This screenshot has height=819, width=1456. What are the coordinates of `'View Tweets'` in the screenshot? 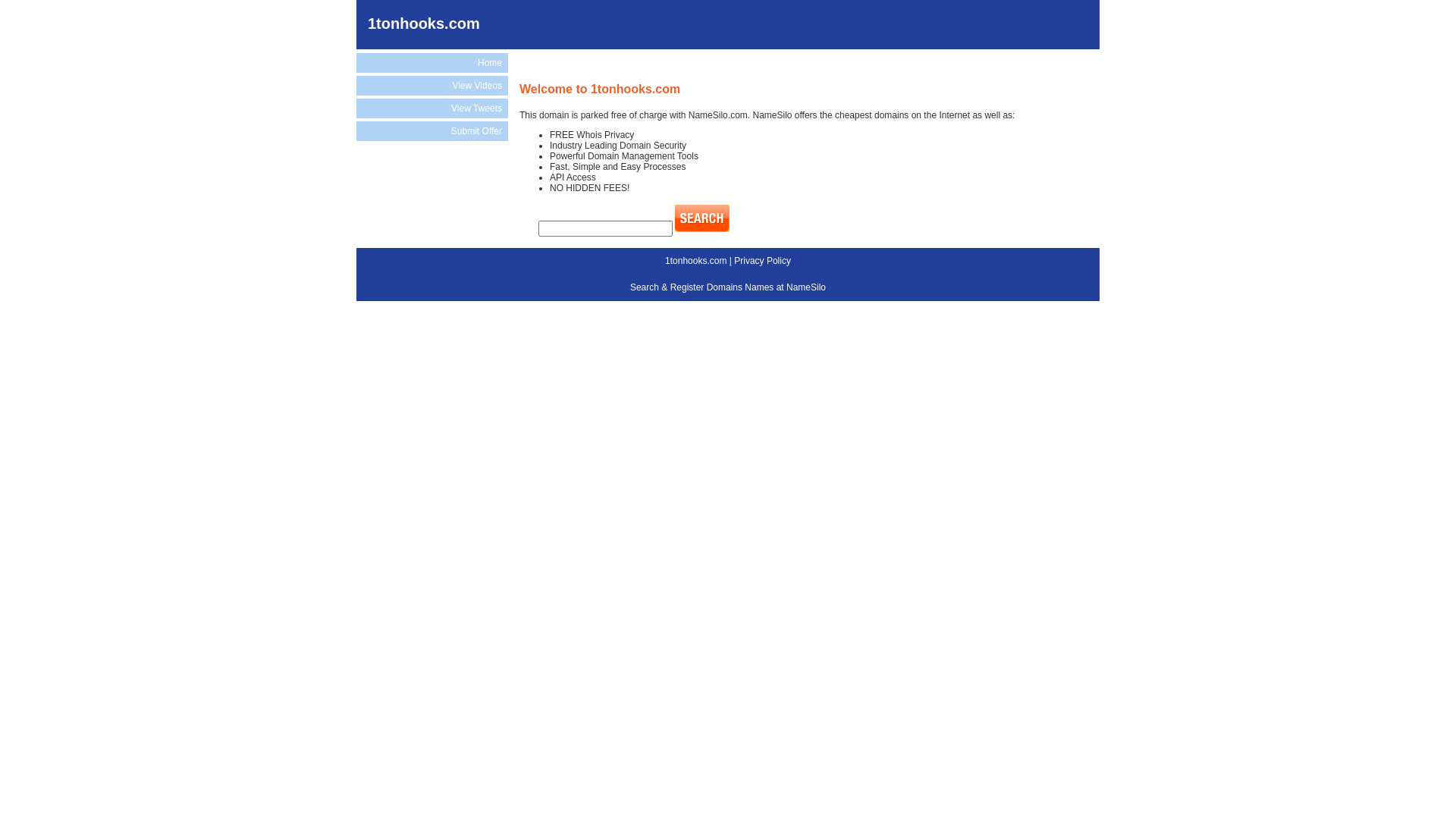 It's located at (431, 107).